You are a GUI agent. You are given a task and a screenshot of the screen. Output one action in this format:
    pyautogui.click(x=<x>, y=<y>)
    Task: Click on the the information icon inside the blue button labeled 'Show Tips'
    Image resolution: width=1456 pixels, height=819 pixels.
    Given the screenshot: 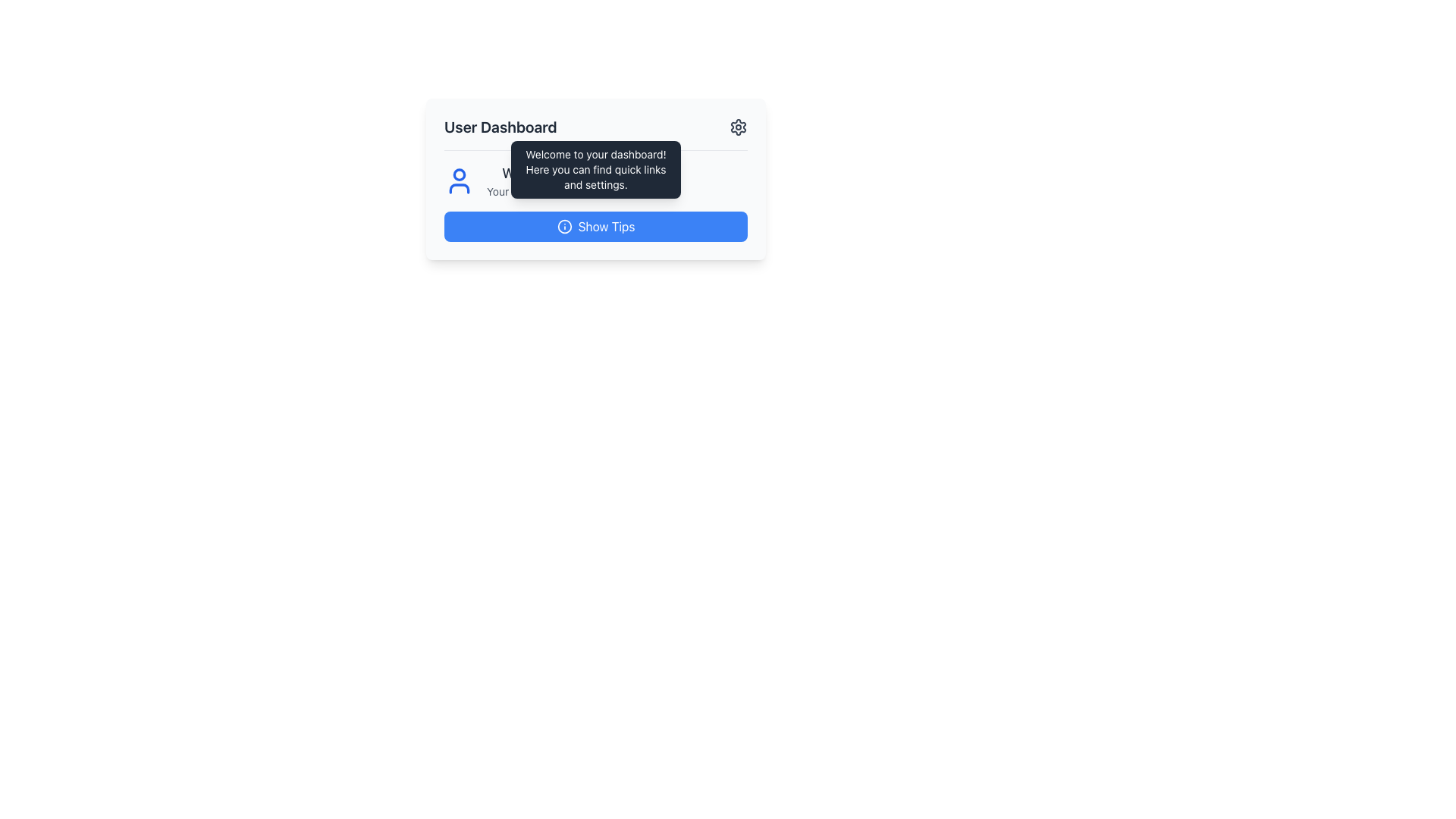 What is the action you would take?
    pyautogui.click(x=563, y=227)
    